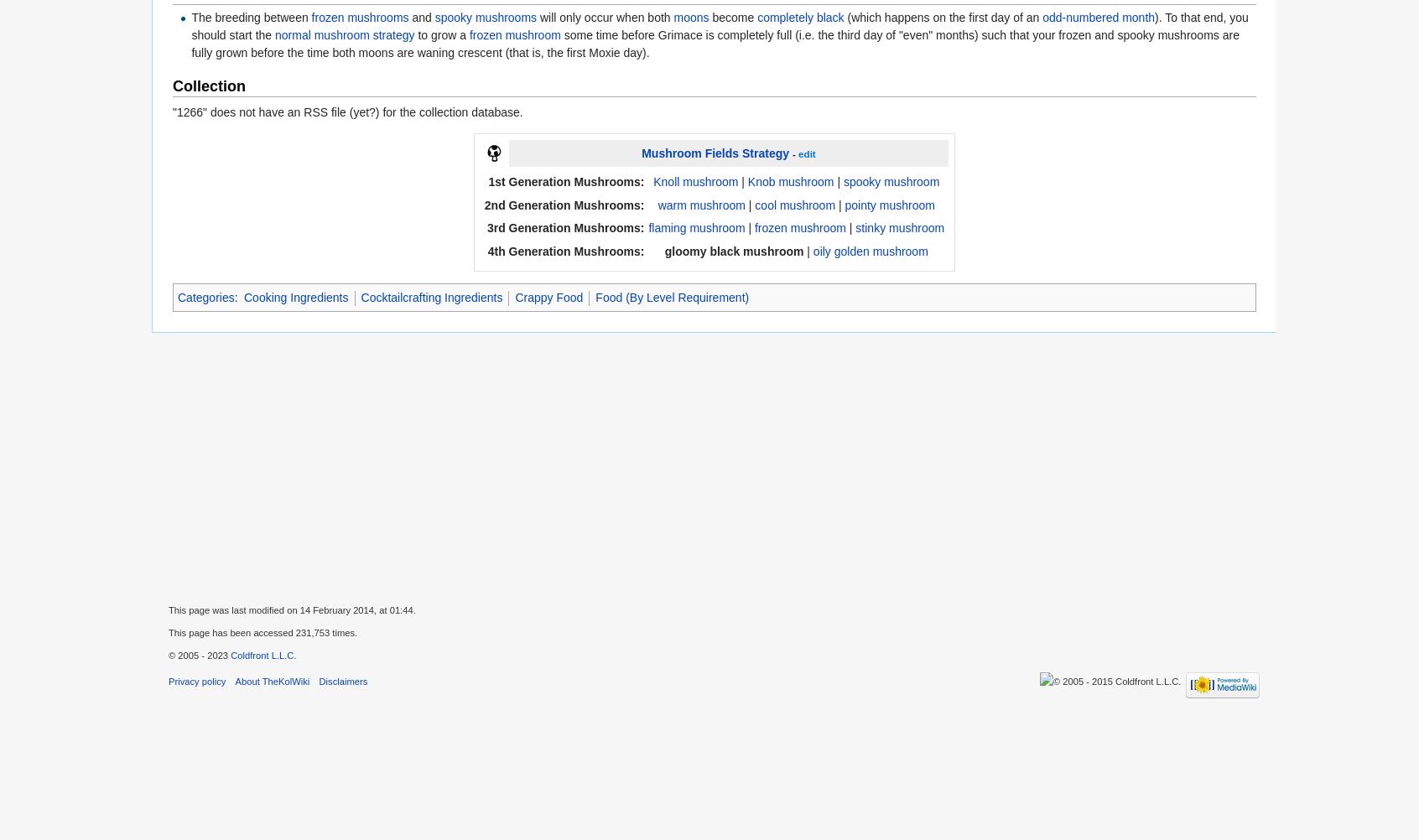 The height and width of the screenshot is (840, 1419). I want to click on 'and', so click(421, 17).